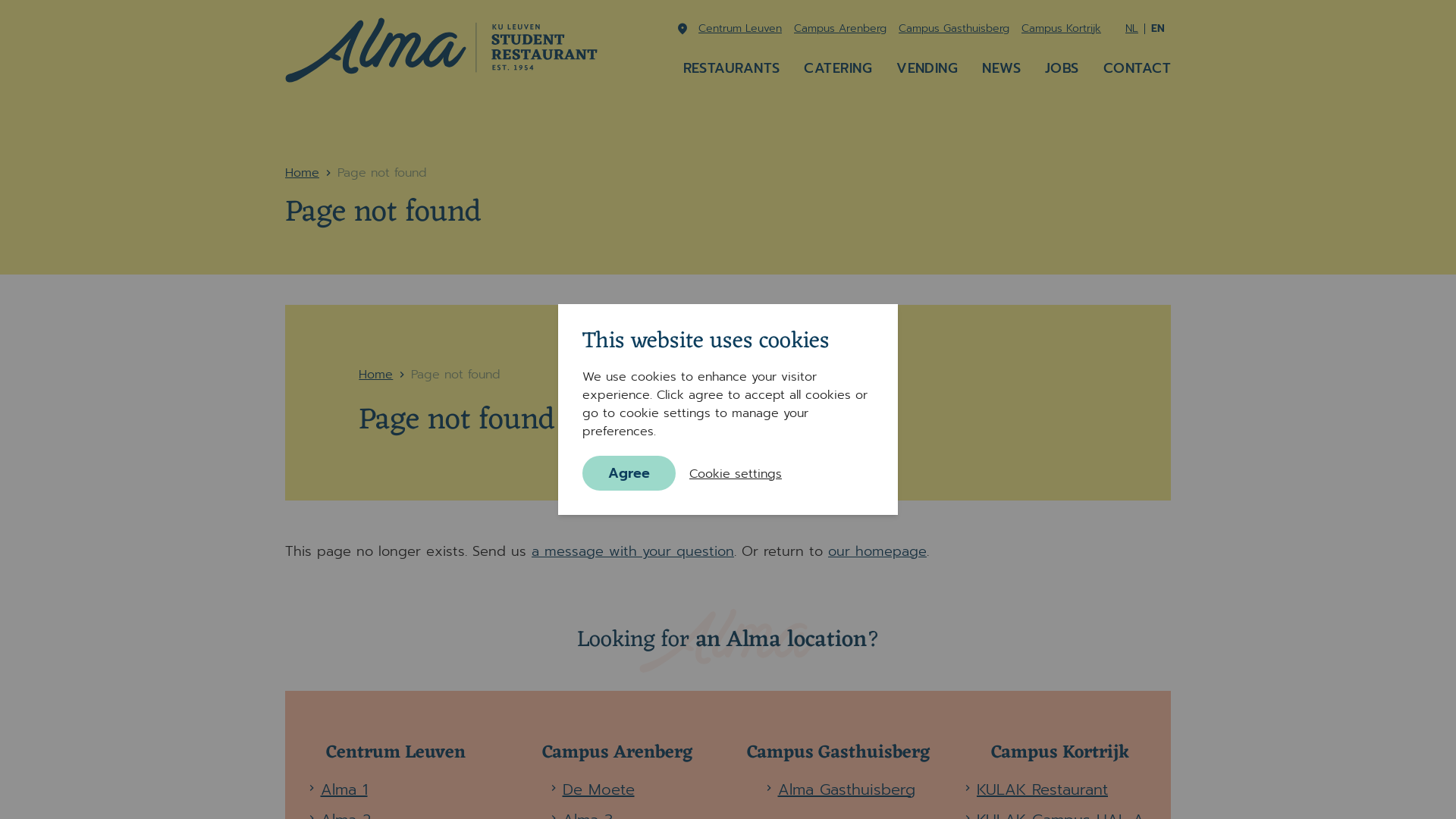 The image size is (1456, 819). I want to click on 'CONTACT', so click(1137, 67).